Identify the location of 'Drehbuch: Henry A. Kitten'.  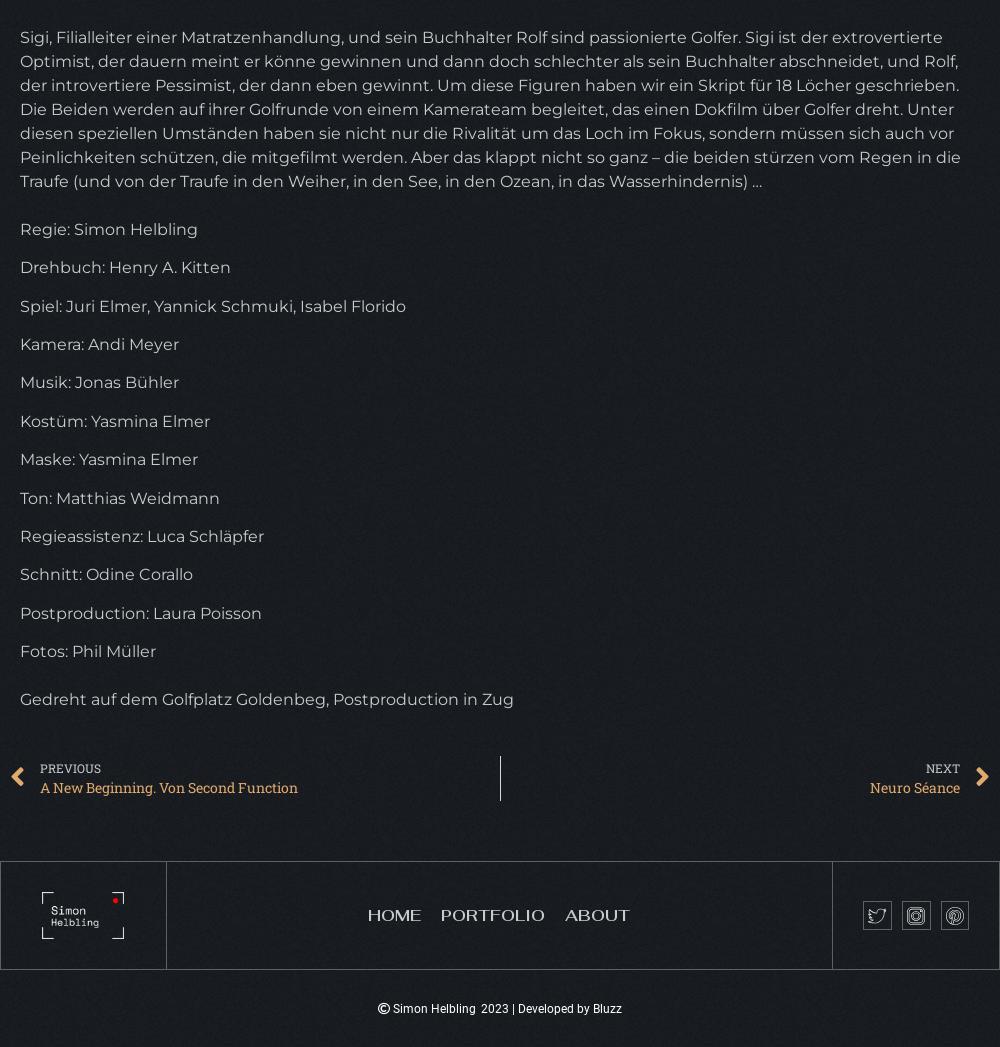
(125, 267).